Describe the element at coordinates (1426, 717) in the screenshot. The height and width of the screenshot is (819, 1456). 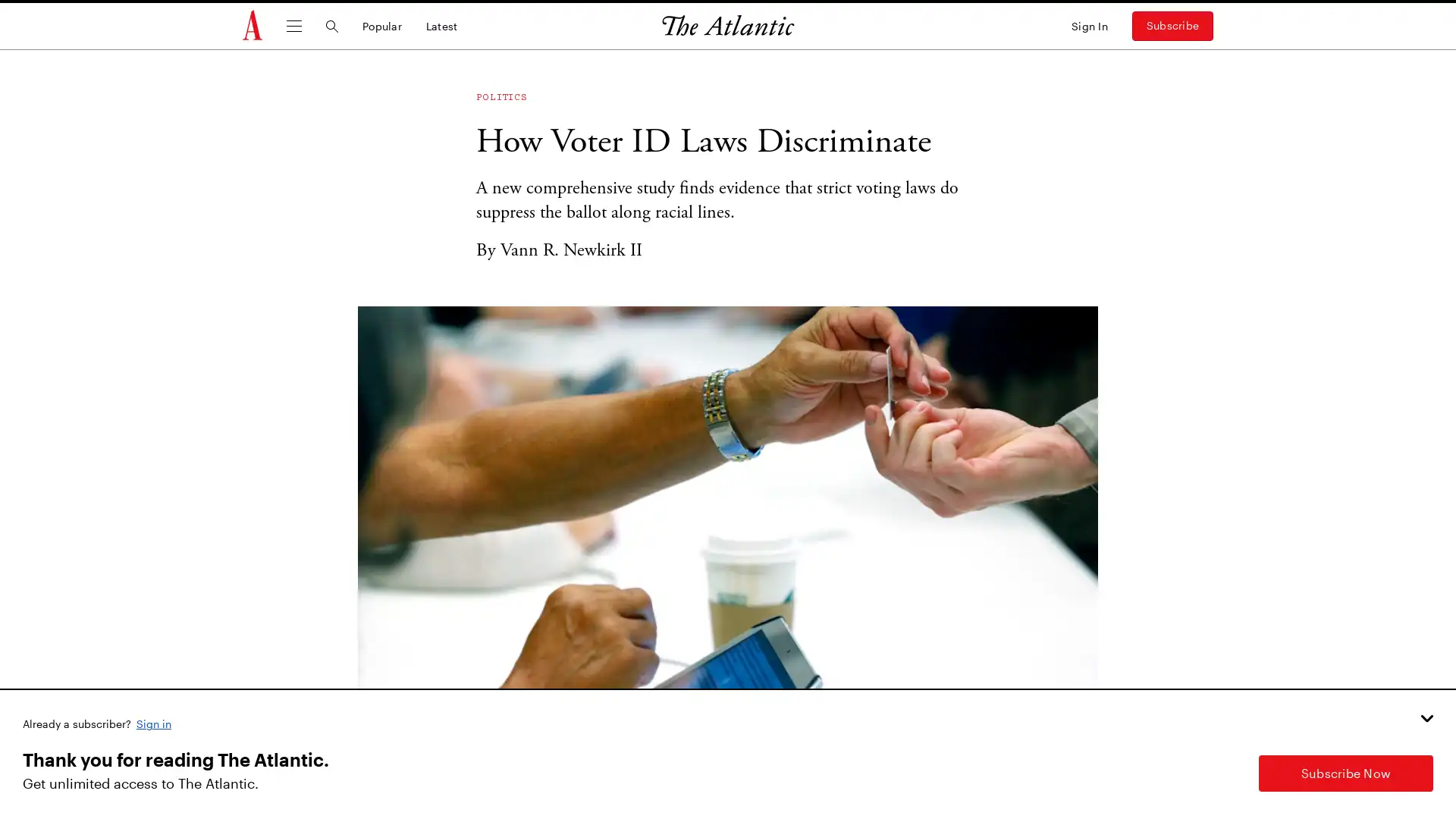
I see `Hide subscription information` at that location.